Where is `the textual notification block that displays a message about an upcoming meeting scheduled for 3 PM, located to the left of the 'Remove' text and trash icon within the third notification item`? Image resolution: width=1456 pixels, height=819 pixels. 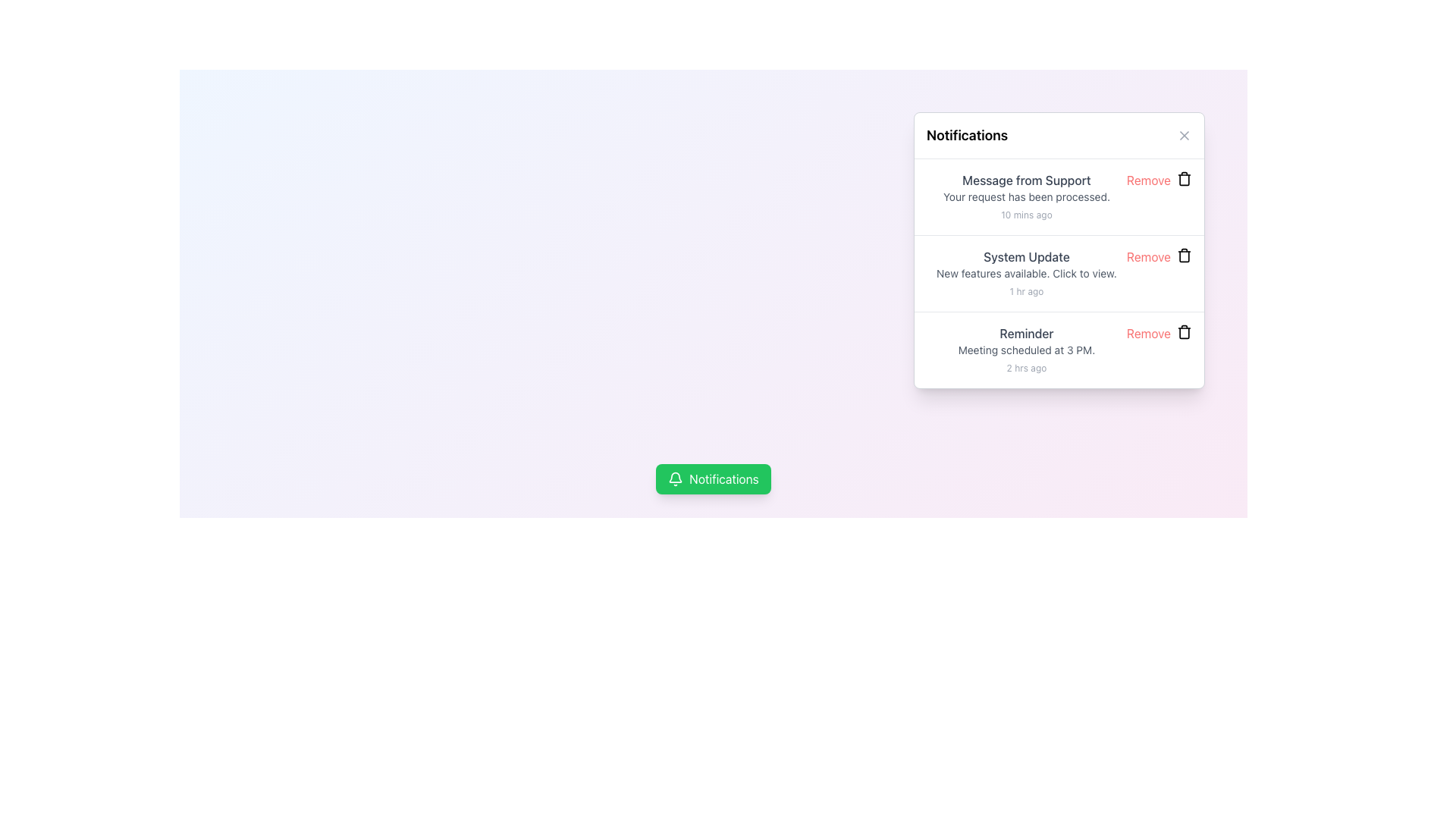
the textual notification block that displays a message about an upcoming meeting scheduled for 3 PM, located to the left of the 'Remove' text and trash icon within the third notification item is located at coordinates (1026, 350).